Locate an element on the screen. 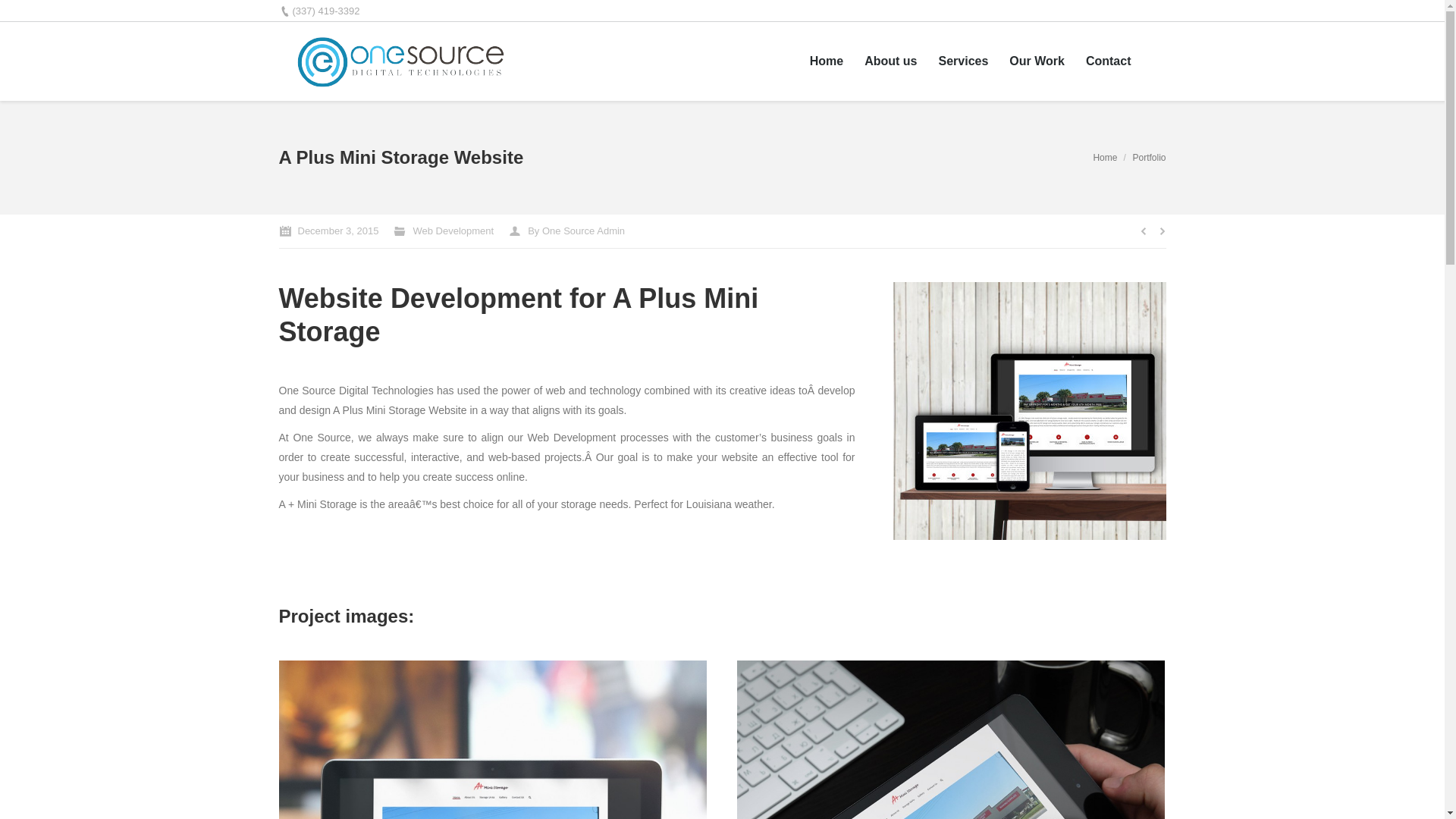  'Go!' is located at coordinates (19, 14).